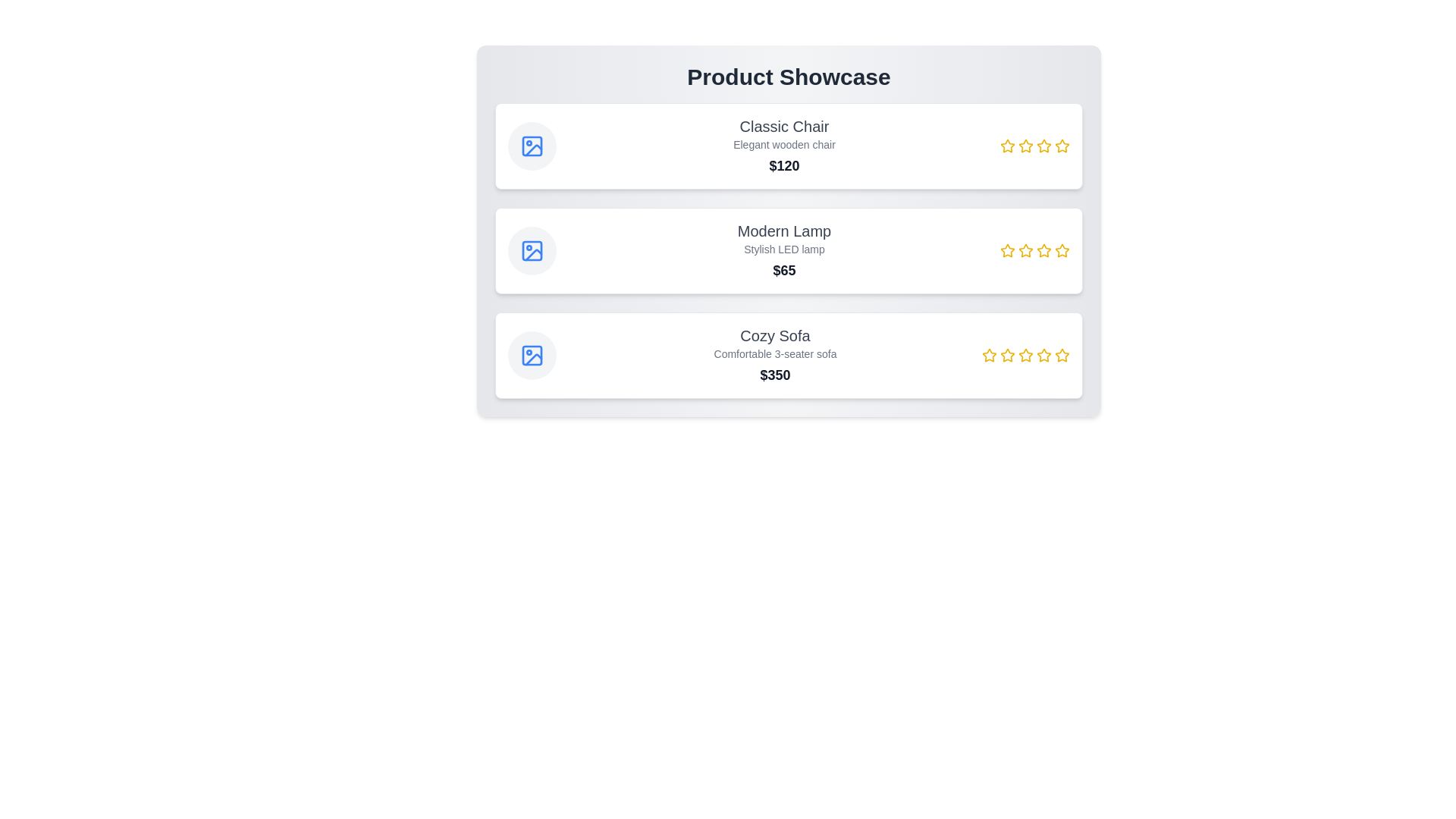  What do you see at coordinates (1008, 146) in the screenshot?
I see `the rating for a product to 1 stars` at bounding box center [1008, 146].